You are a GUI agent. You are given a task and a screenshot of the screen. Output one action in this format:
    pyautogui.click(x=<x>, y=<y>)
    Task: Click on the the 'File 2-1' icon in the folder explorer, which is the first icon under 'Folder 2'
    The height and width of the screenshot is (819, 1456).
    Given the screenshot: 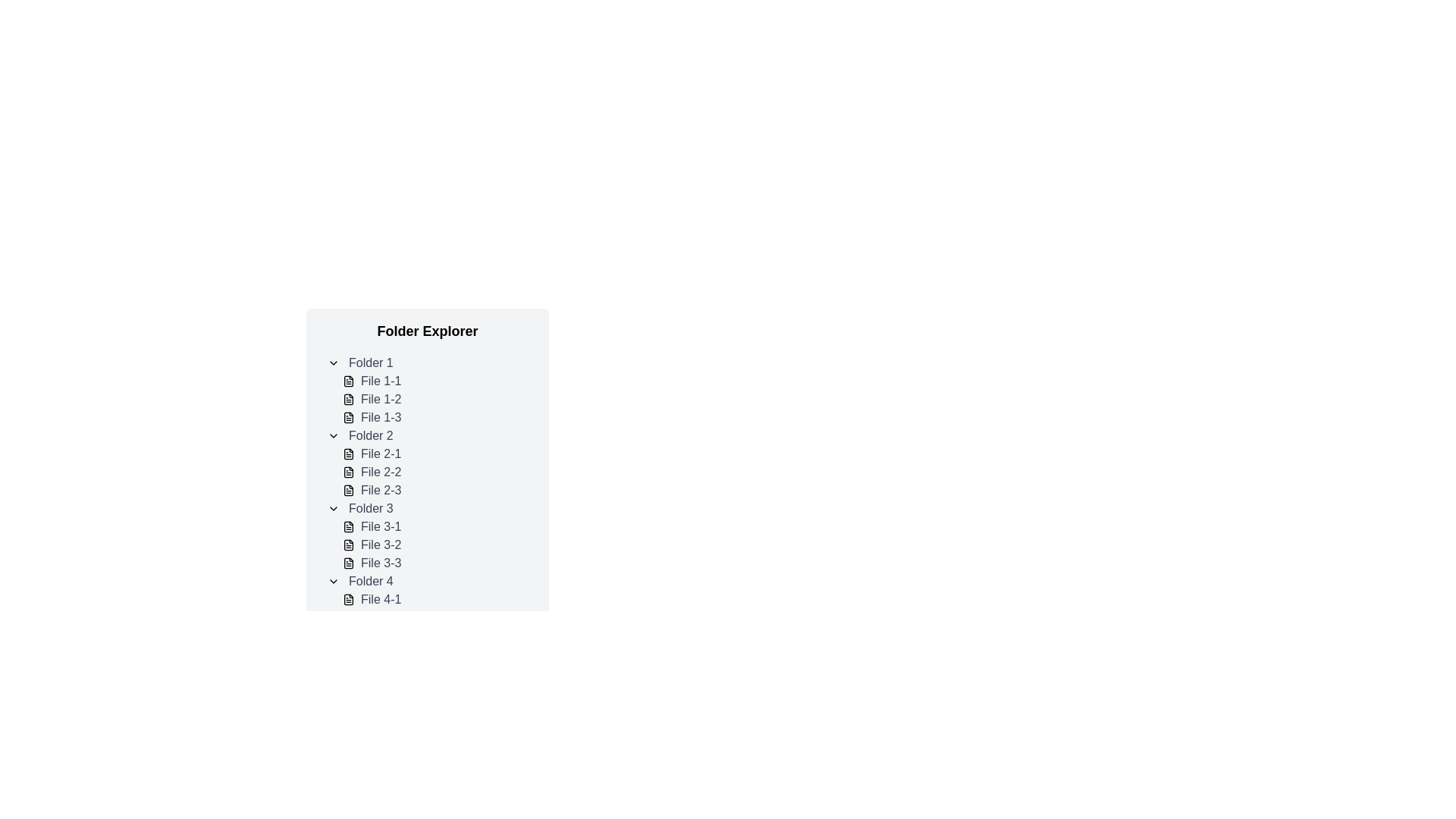 What is the action you would take?
    pyautogui.click(x=348, y=453)
    